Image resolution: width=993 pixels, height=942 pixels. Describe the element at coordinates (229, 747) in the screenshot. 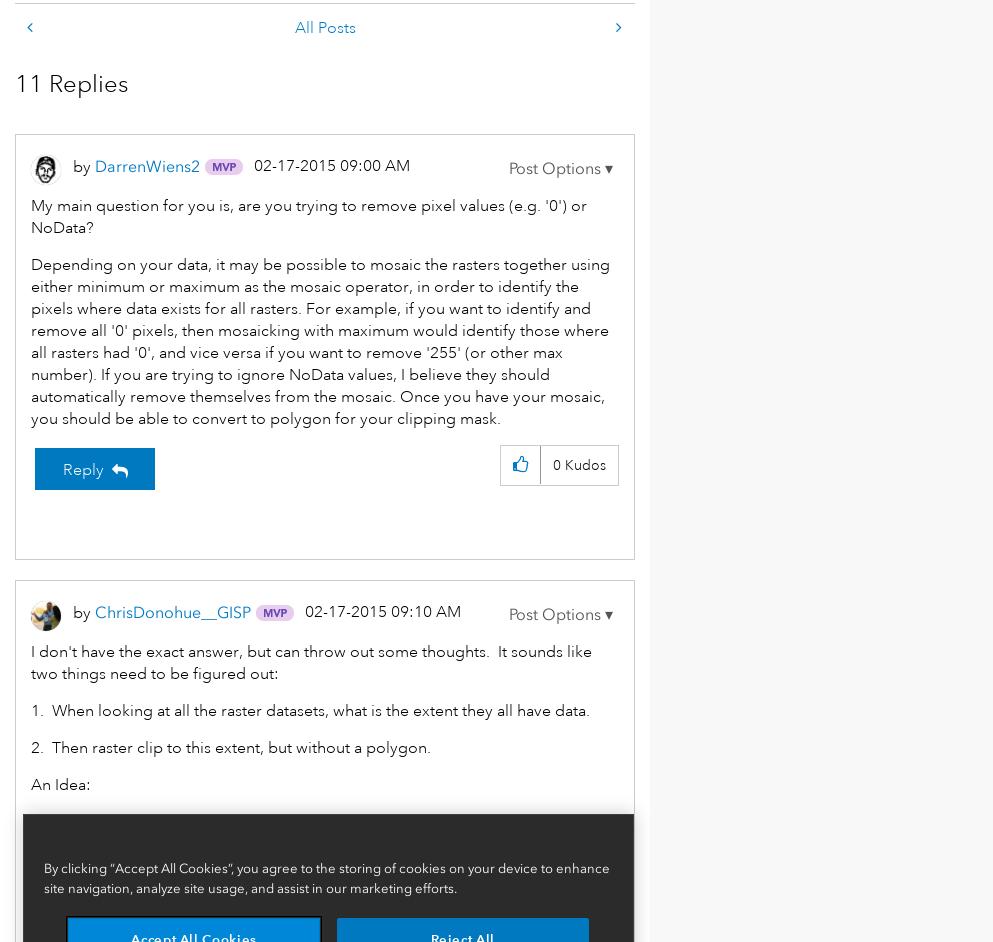

I see `'2.  Then raster clip to this extent, but without a polygon.'` at that location.